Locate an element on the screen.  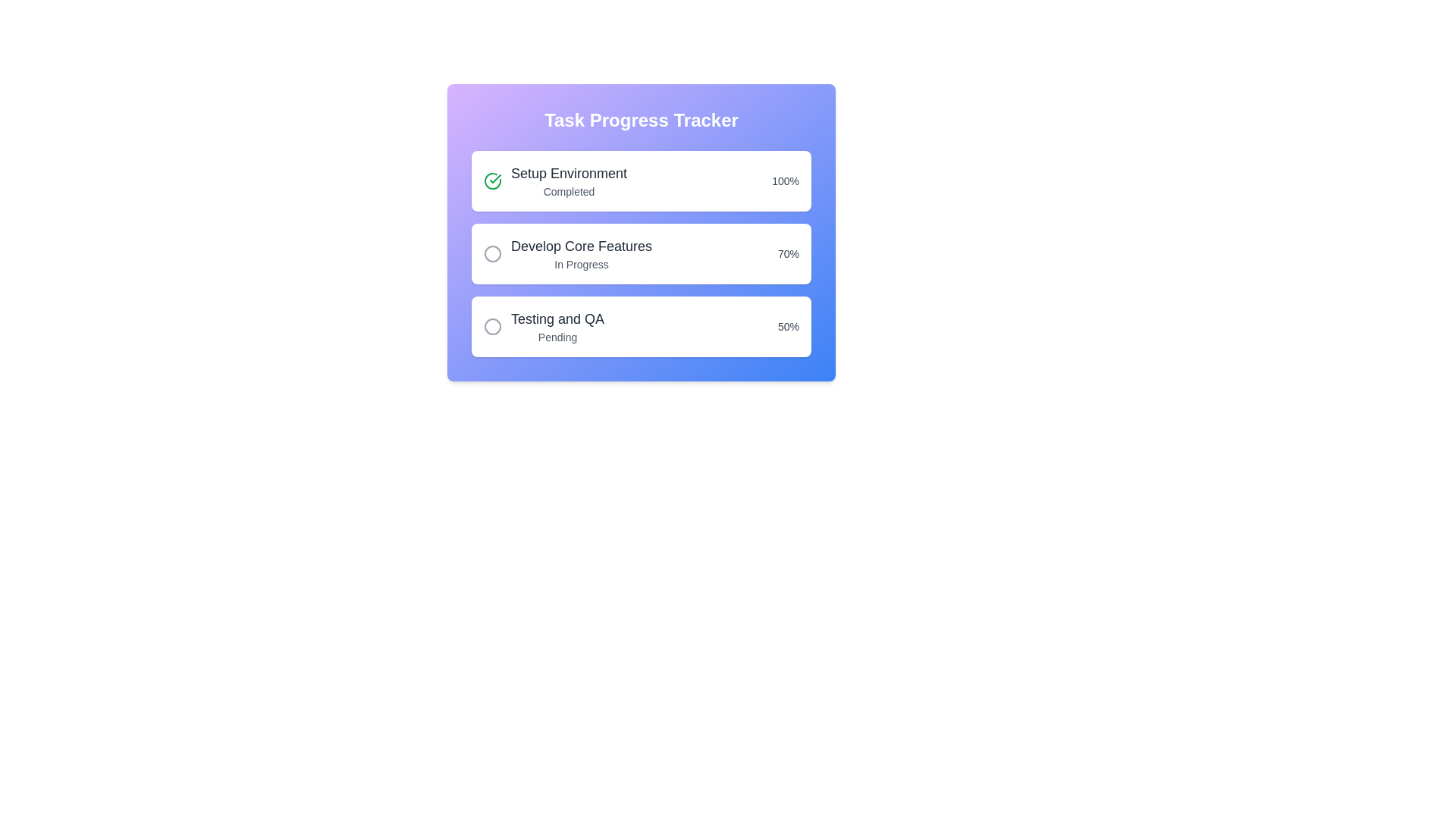
the static text component labeled 'Setup Environment' that indicates its completion status as 'Completed', located in the first row of the 'Task Progress Tracker' card is located at coordinates (568, 180).